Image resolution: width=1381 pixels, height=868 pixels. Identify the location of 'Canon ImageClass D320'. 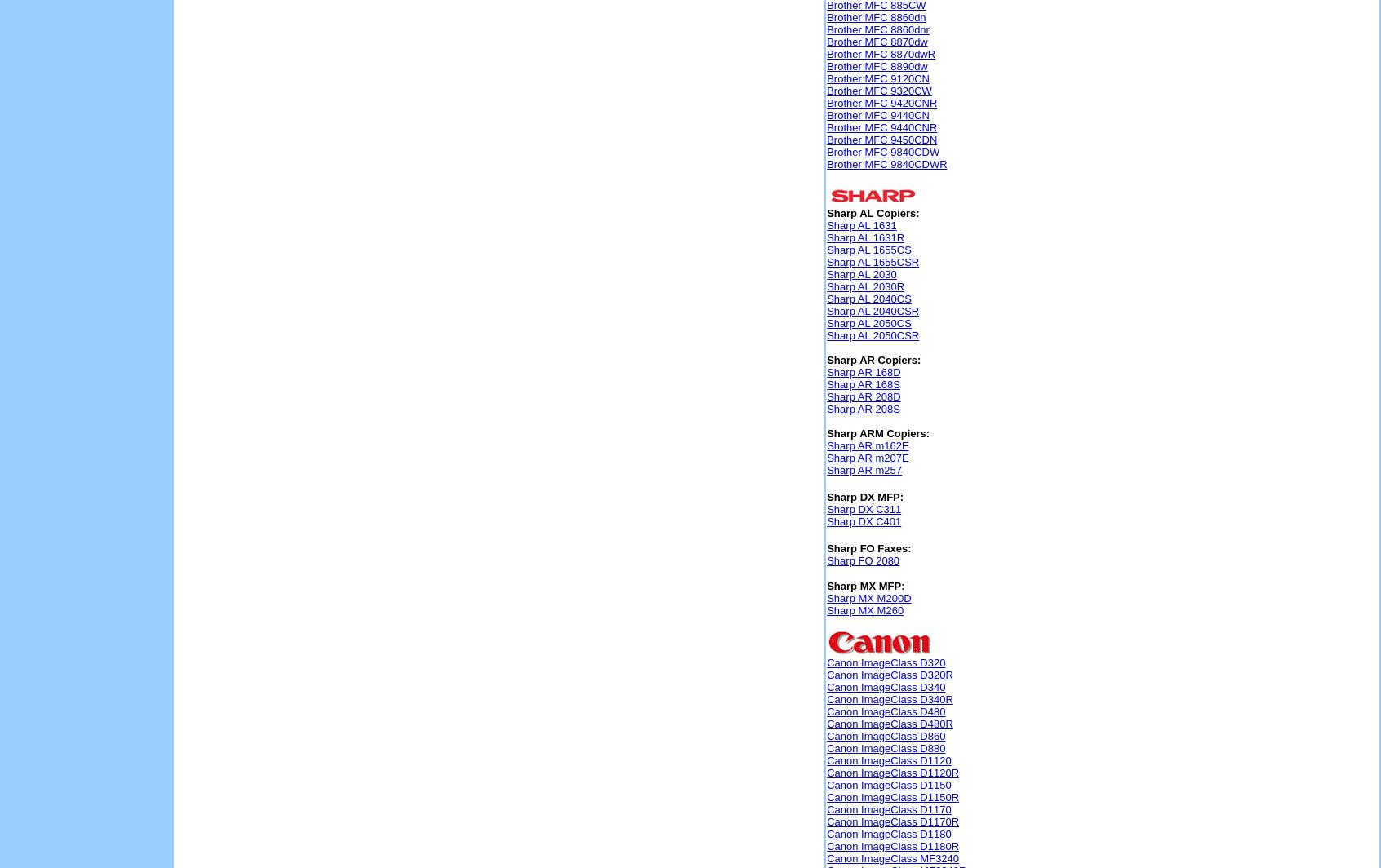
(826, 662).